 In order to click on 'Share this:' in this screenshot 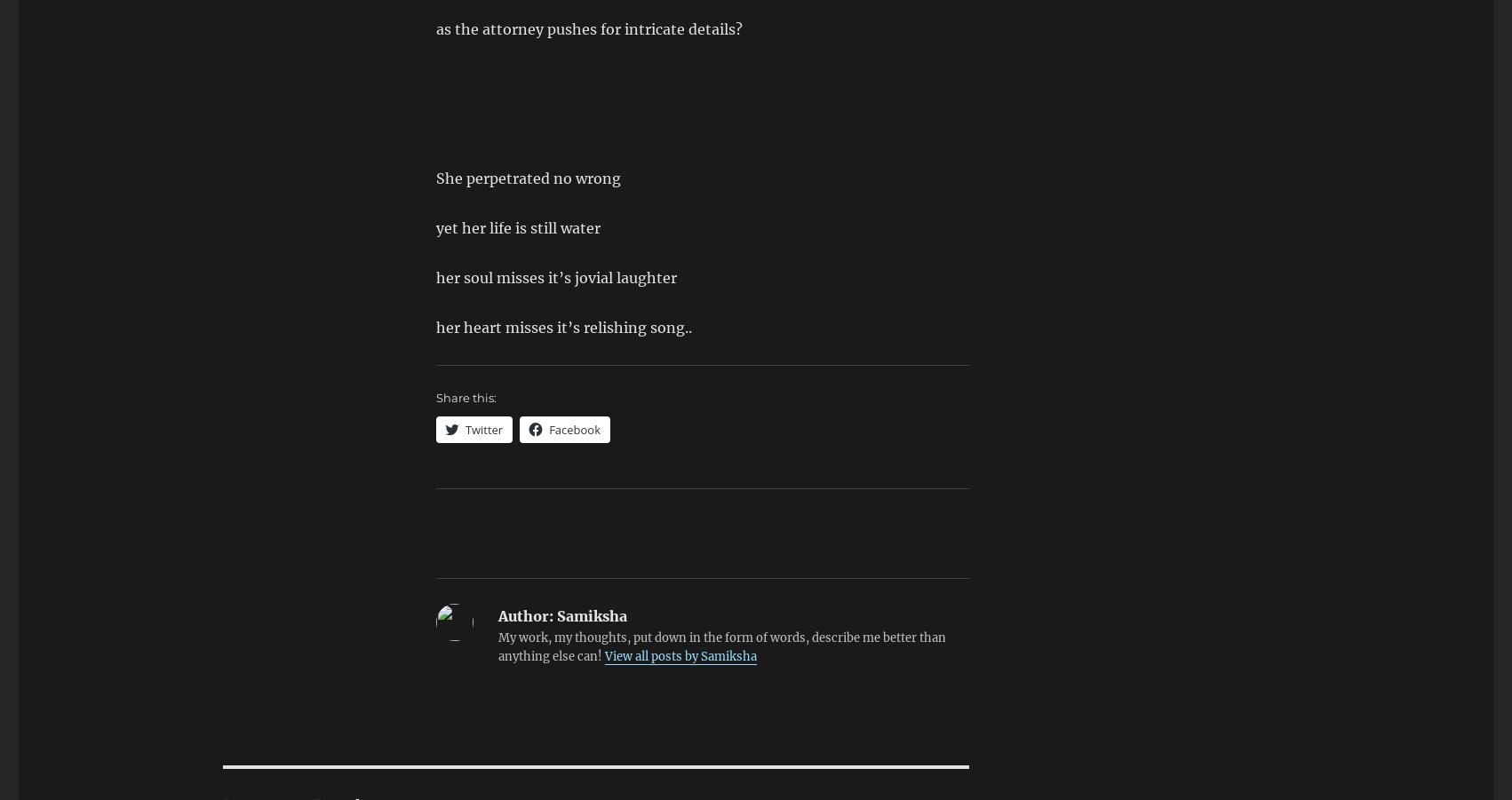, I will do `click(466, 396)`.